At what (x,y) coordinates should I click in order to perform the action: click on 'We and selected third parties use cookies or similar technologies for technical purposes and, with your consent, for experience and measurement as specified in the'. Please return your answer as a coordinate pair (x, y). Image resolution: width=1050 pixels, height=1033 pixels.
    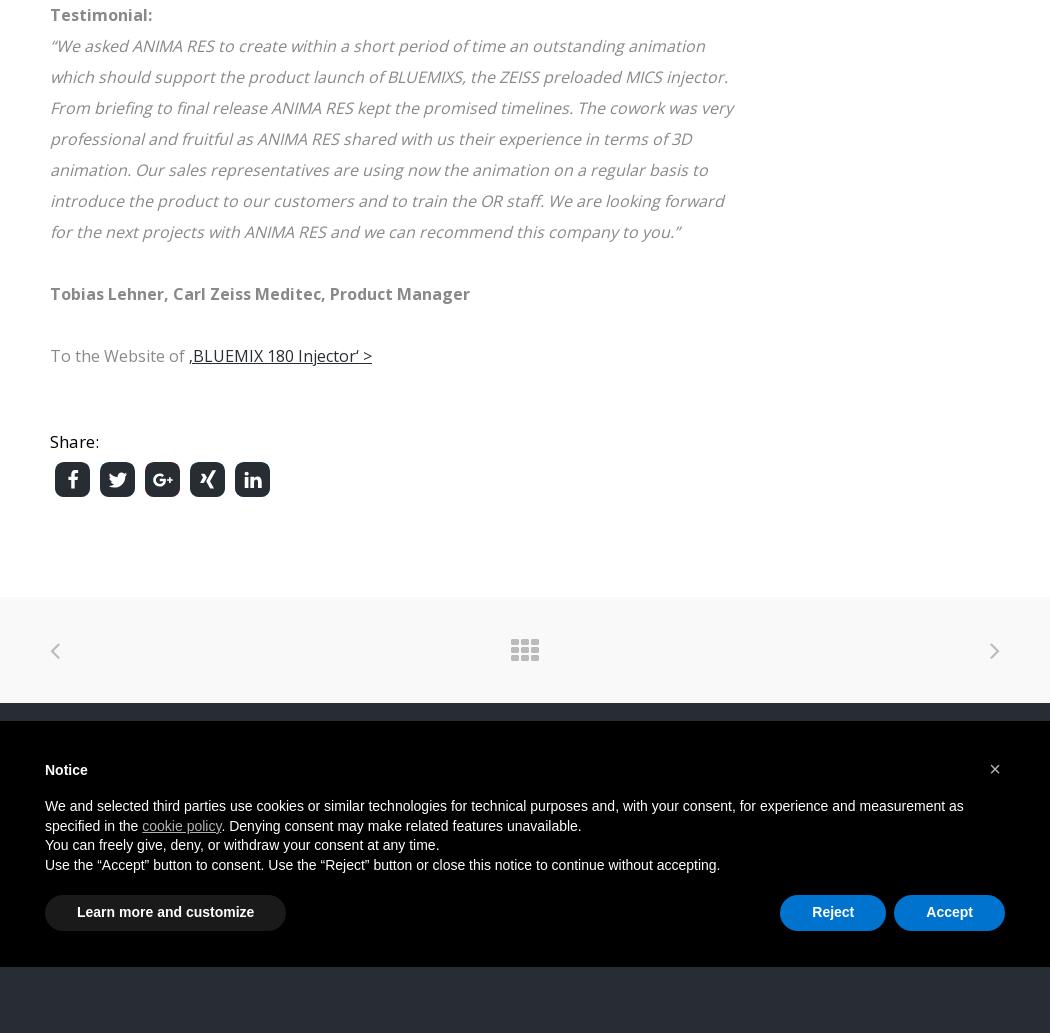
    Looking at the image, I should click on (503, 815).